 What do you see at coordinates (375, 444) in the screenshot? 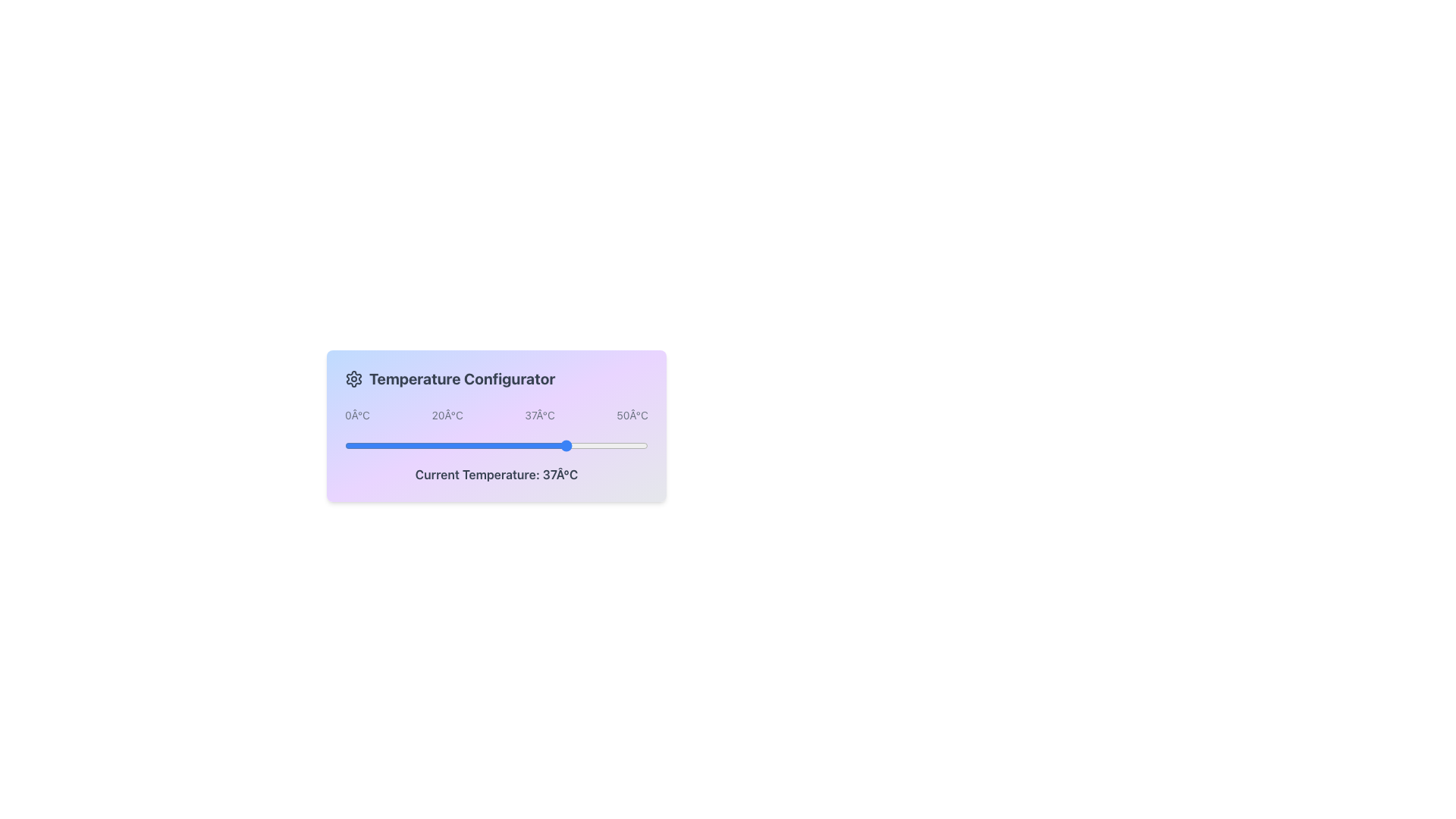
I see `the temperature` at bounding box center [375, 444].